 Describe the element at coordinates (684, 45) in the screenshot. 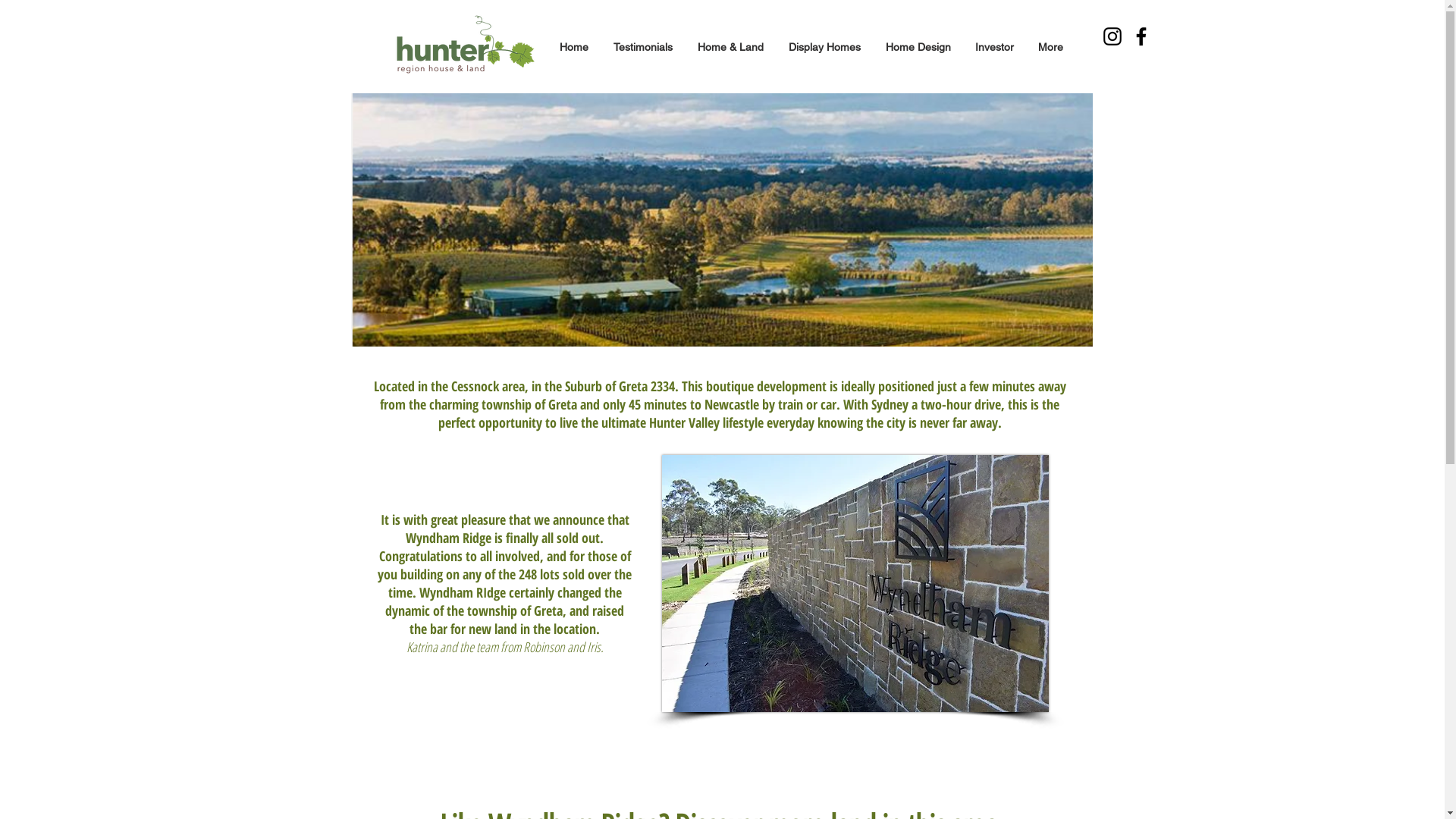

I see `'Home & Land'` at that location.